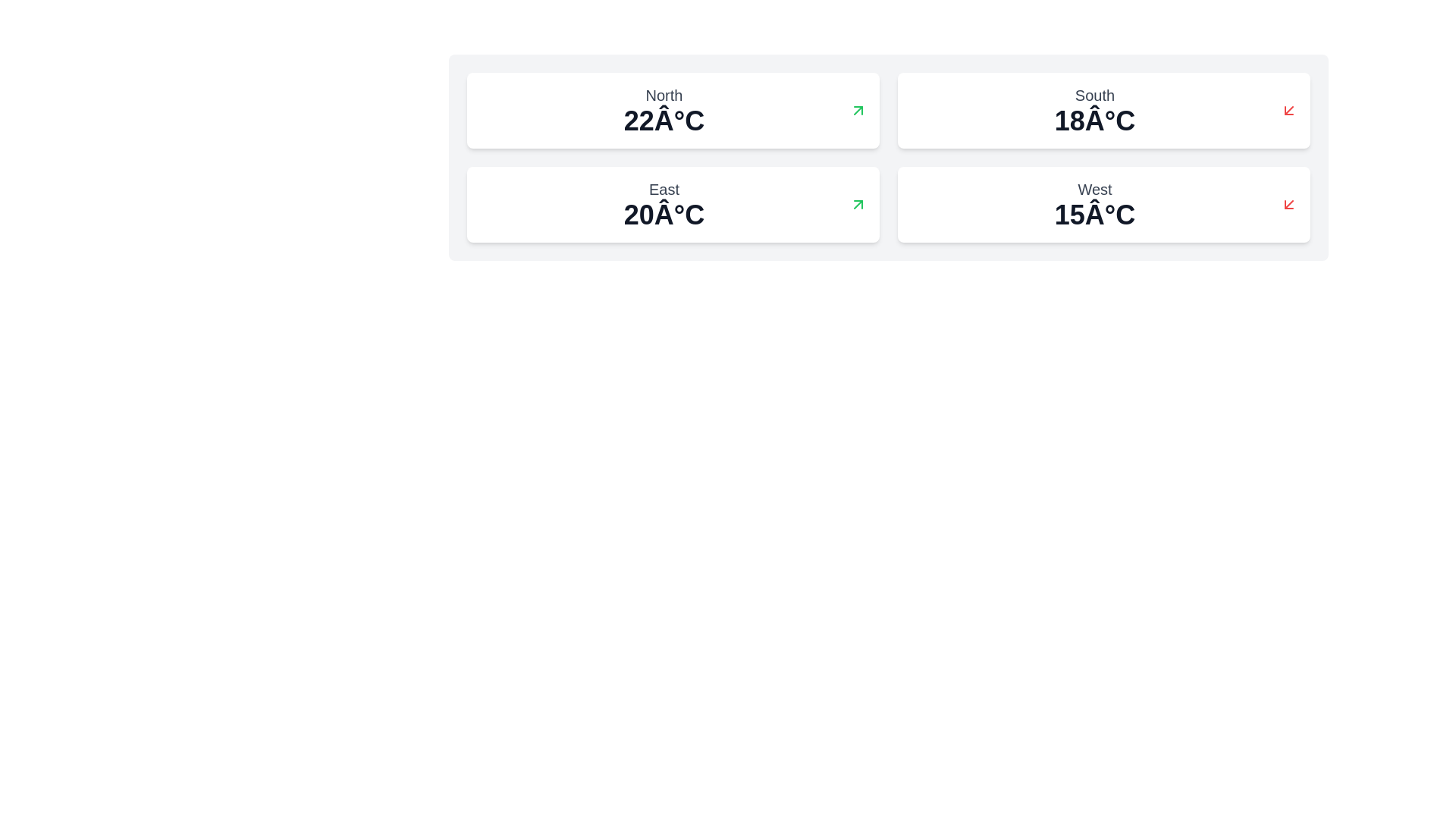 This screenshot has height=819, width=1456. I want to click on the green arrow icon located in the upper-right corner of the 'North 22°C' white box, so click(858, 110).